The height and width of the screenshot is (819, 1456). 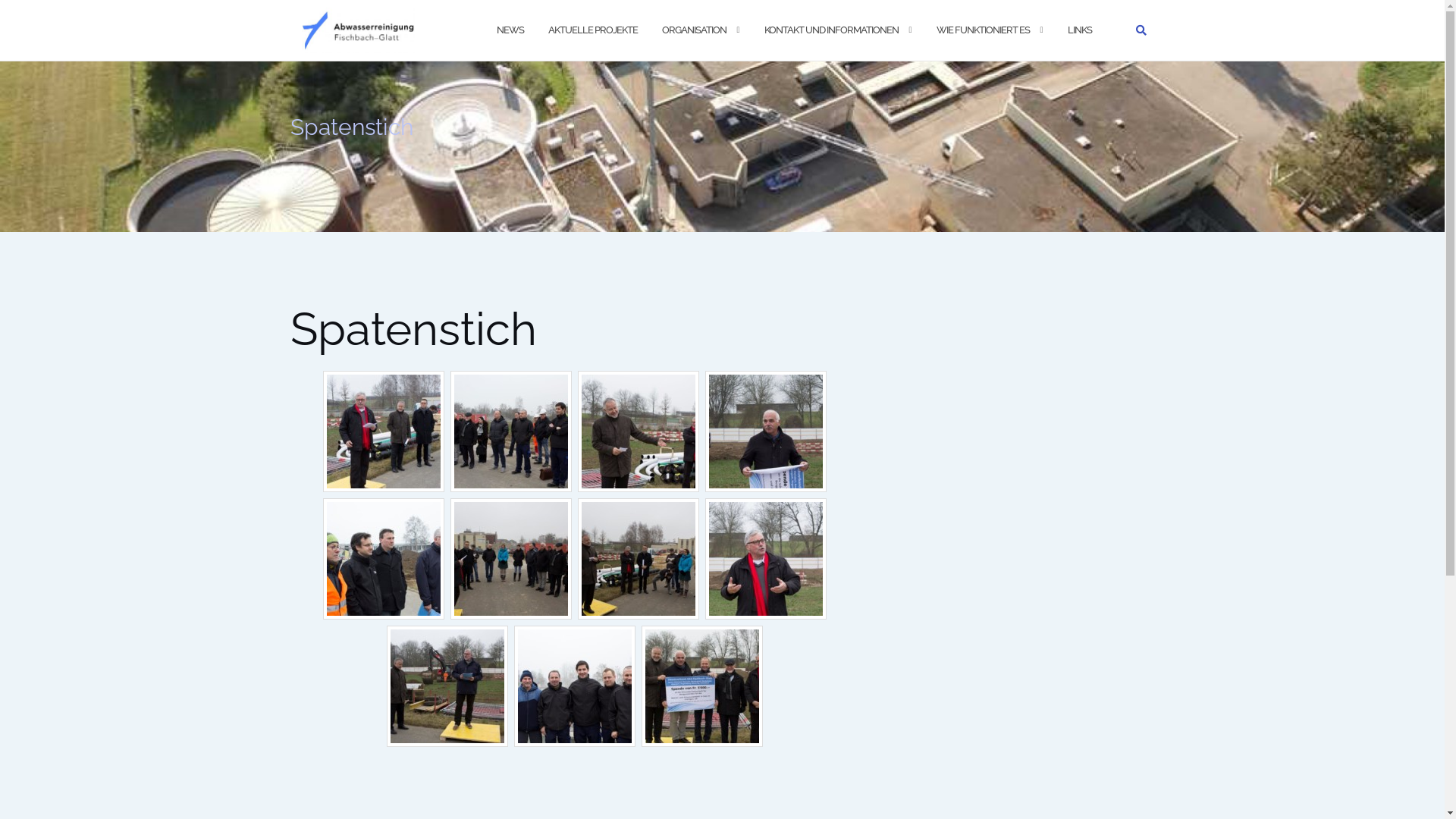 I want to click on 'ORGANISATION', so click(x=692, y=30).